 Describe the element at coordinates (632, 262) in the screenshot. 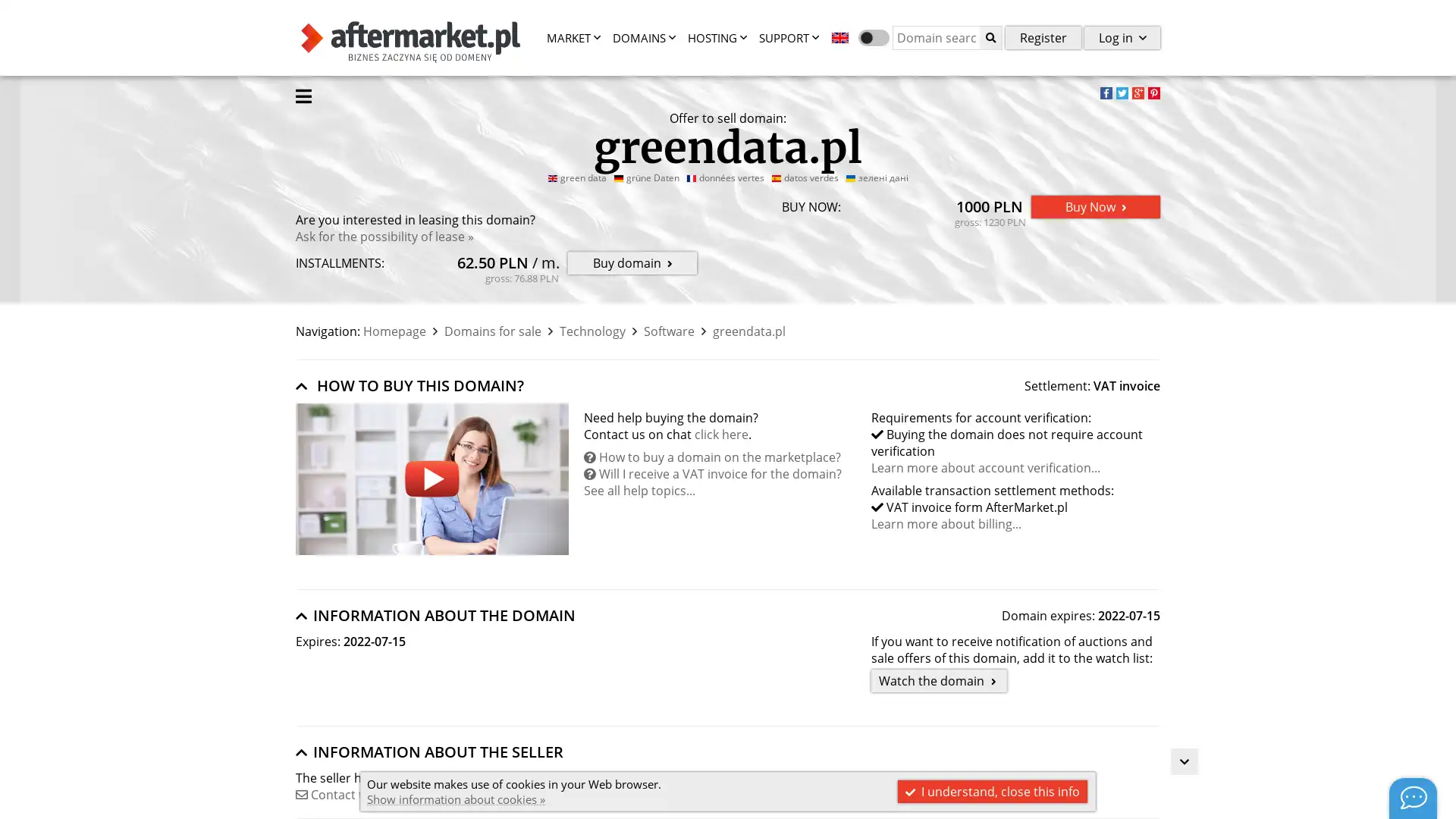

I see `Buy domain` at that location.